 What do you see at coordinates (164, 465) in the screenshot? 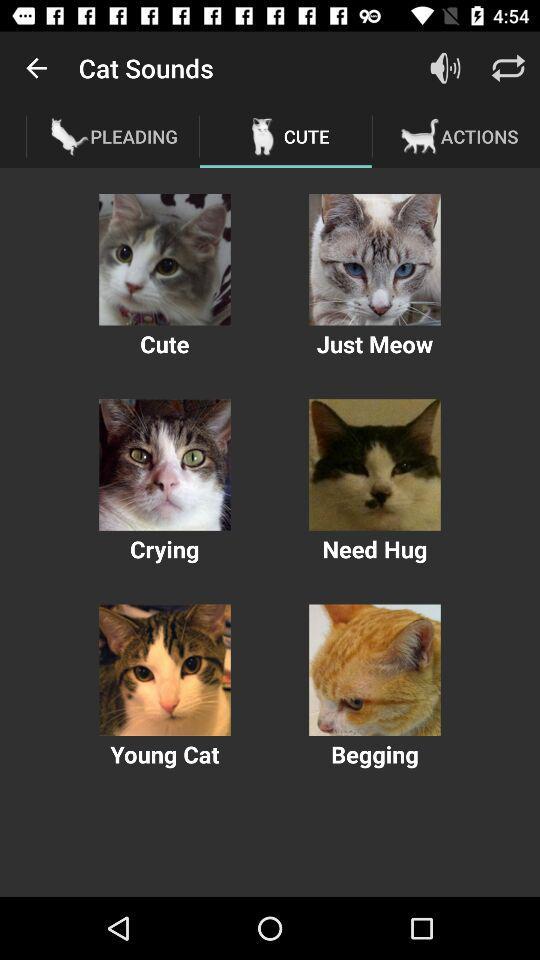
I see `animal image` at bounding box center [164, 465].